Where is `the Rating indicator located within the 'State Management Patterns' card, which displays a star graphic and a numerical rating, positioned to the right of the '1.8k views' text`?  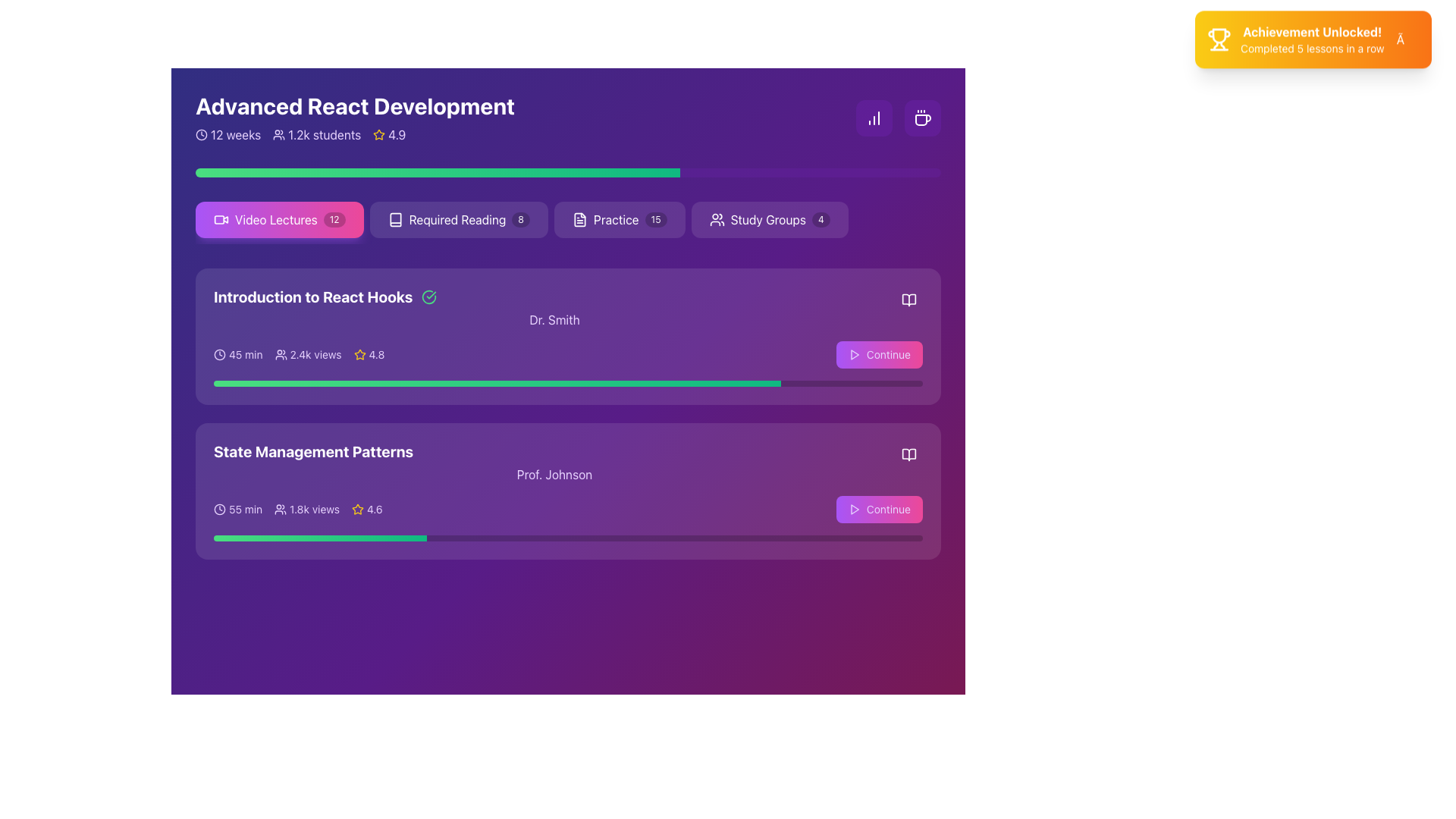
the Rating indicator located within the 'State Management Patterns' card, which displays a star graphic and a numerical rating, positioned to the right of the '1.8k views' text is located at coordinates (367, 509).